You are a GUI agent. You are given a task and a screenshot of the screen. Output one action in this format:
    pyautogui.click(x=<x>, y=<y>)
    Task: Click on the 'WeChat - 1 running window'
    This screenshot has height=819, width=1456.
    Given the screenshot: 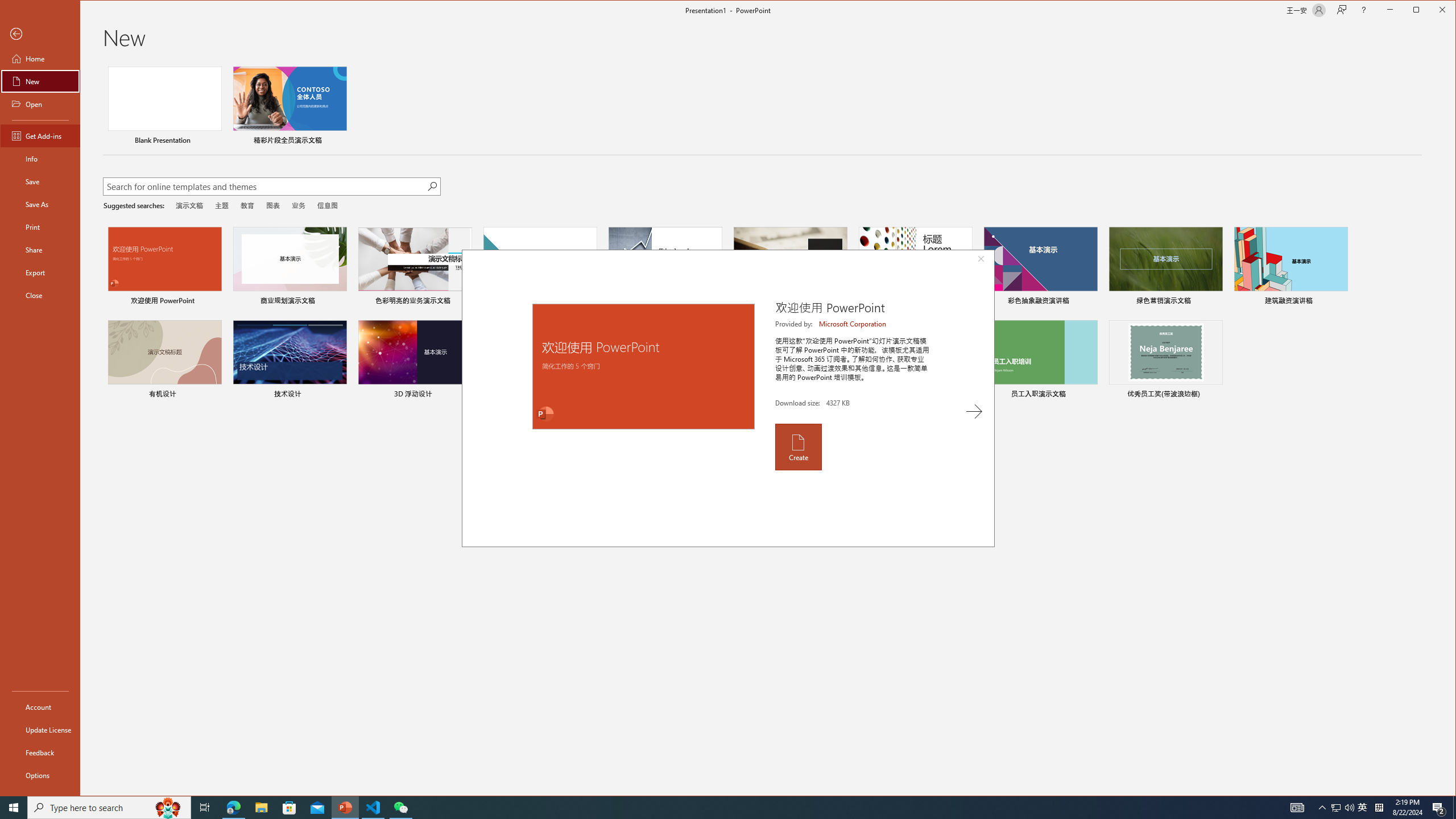 What is the action you would take?
    pyautogui.click(x=401, y=806)
    